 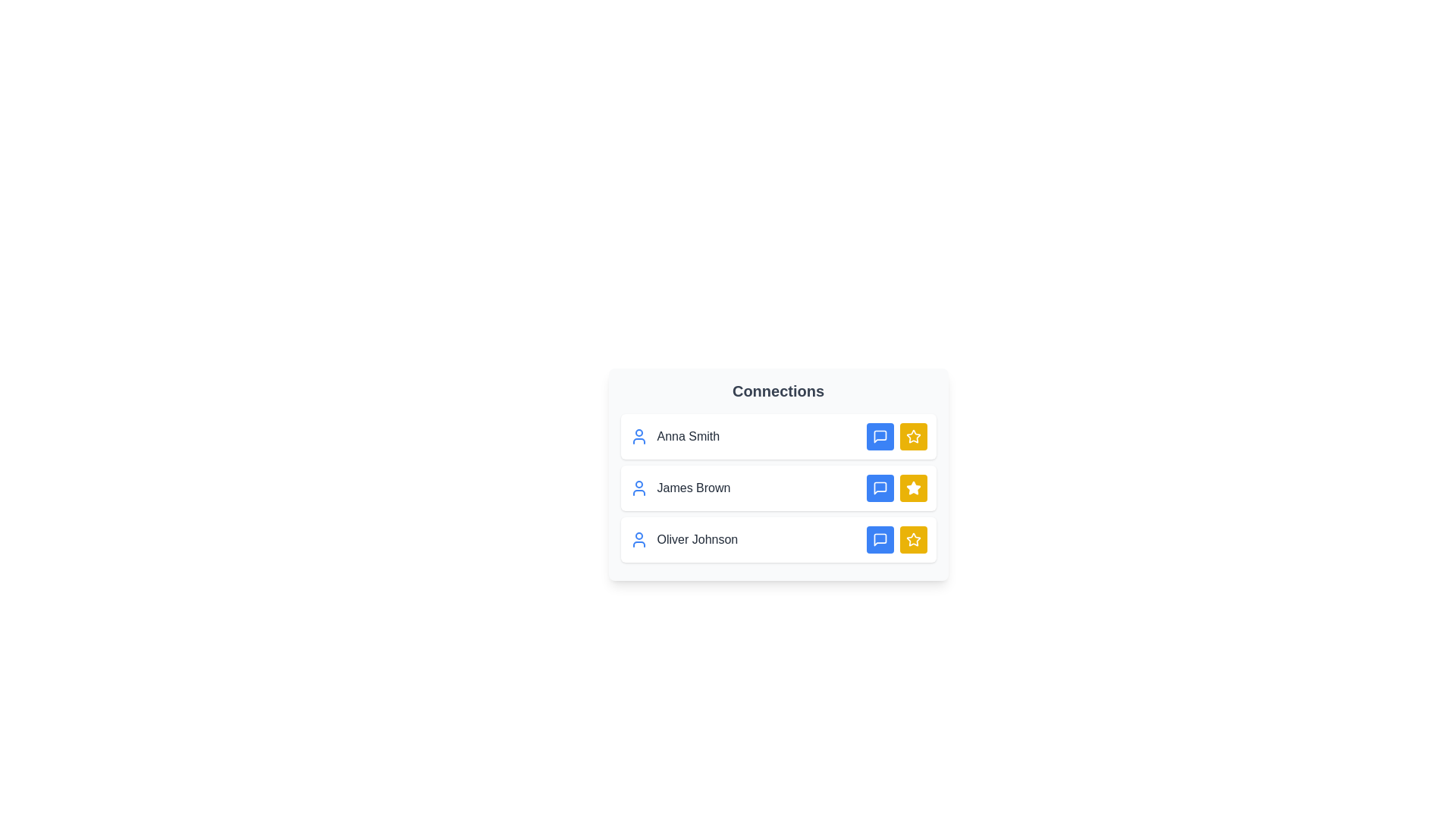 What do you see at coordinates (912, 436) in the screenshot?
I see `favorite button for the connection Anna Smith to toggle its favorite status` at bounding box center [912, 436].